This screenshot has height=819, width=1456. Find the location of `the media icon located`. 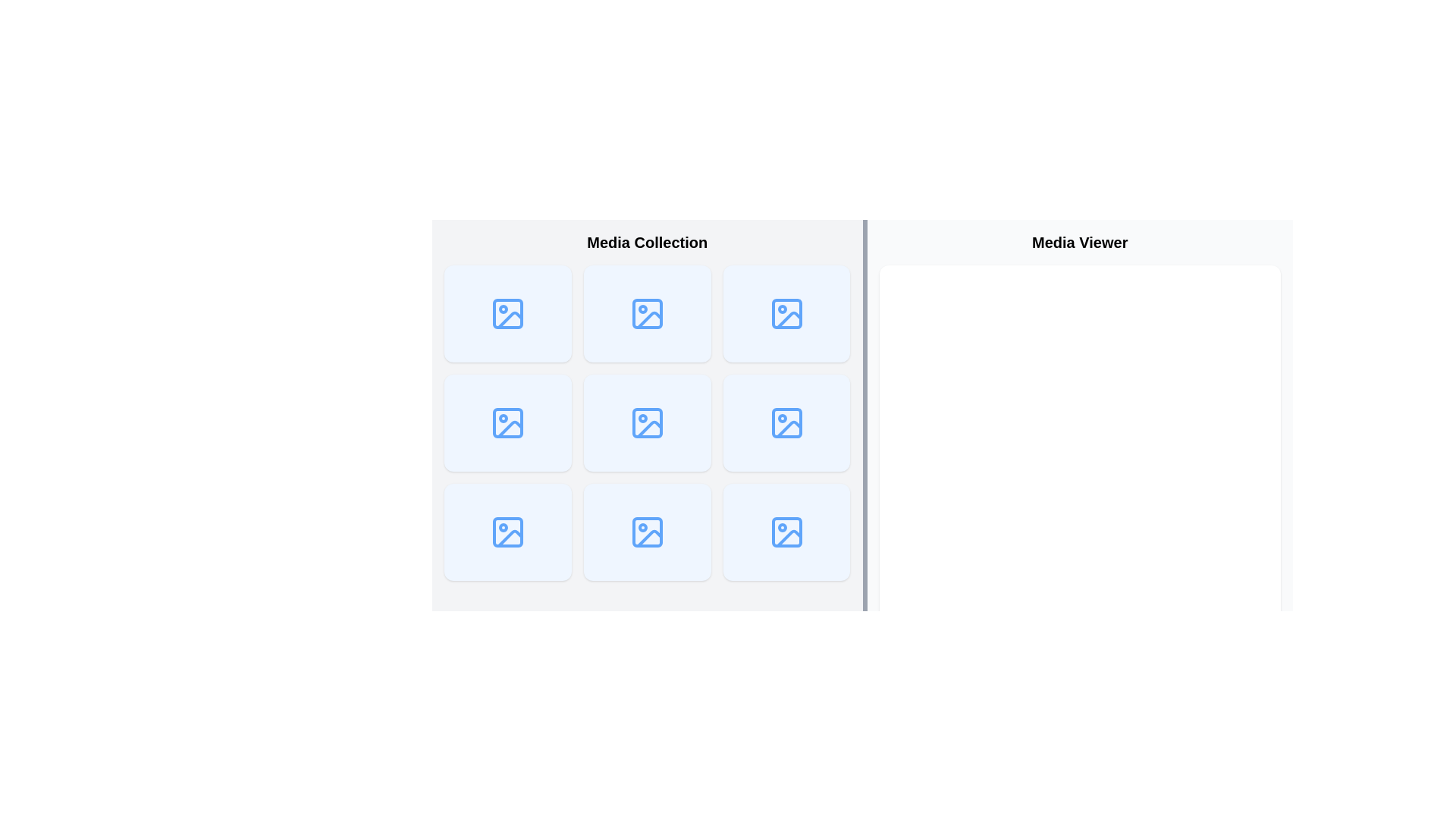

the media icon located is located at coordinates (647, 423).